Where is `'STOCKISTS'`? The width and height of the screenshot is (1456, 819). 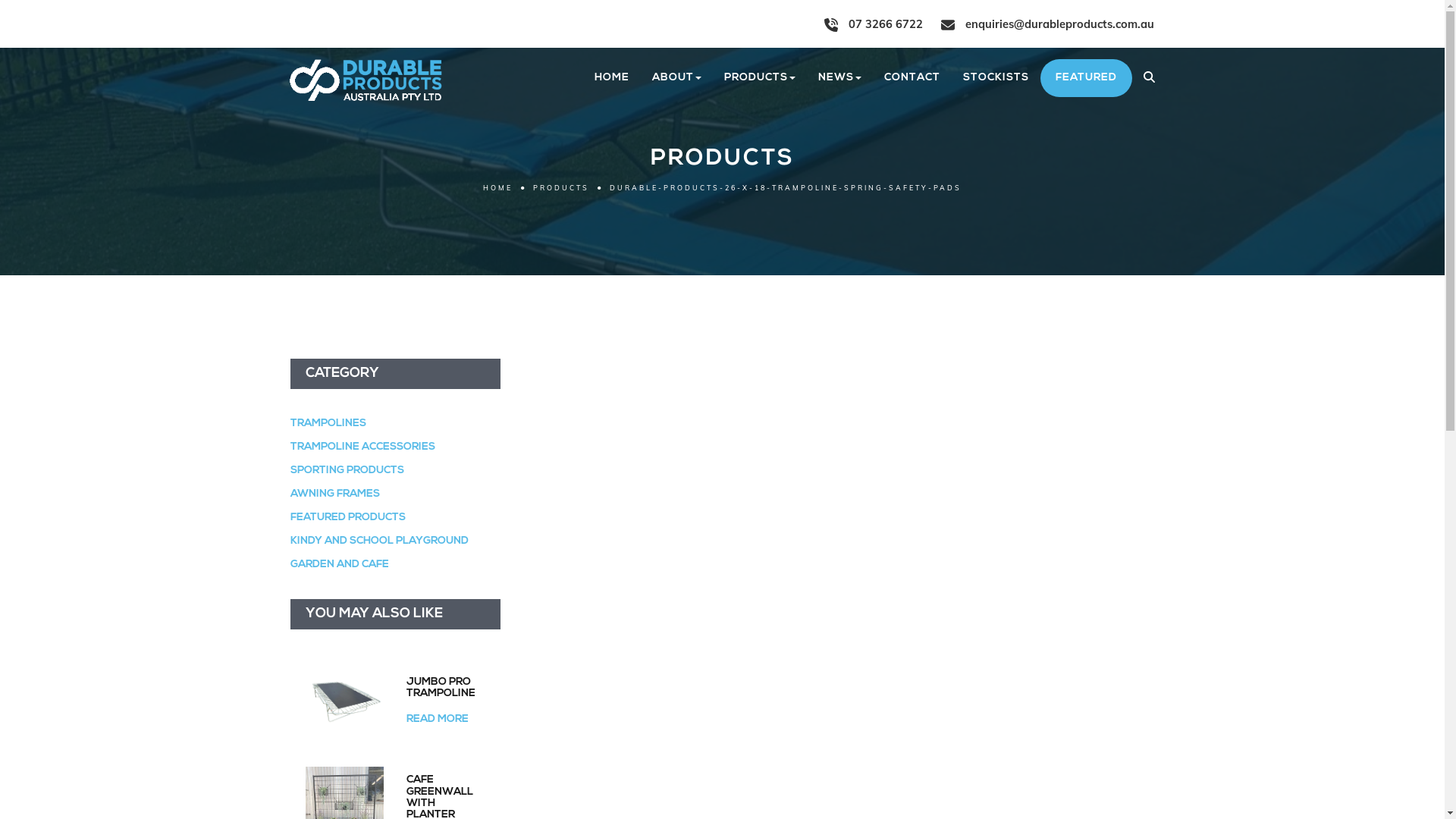
'STOCKISTS' is located at coordinates (995, 78).